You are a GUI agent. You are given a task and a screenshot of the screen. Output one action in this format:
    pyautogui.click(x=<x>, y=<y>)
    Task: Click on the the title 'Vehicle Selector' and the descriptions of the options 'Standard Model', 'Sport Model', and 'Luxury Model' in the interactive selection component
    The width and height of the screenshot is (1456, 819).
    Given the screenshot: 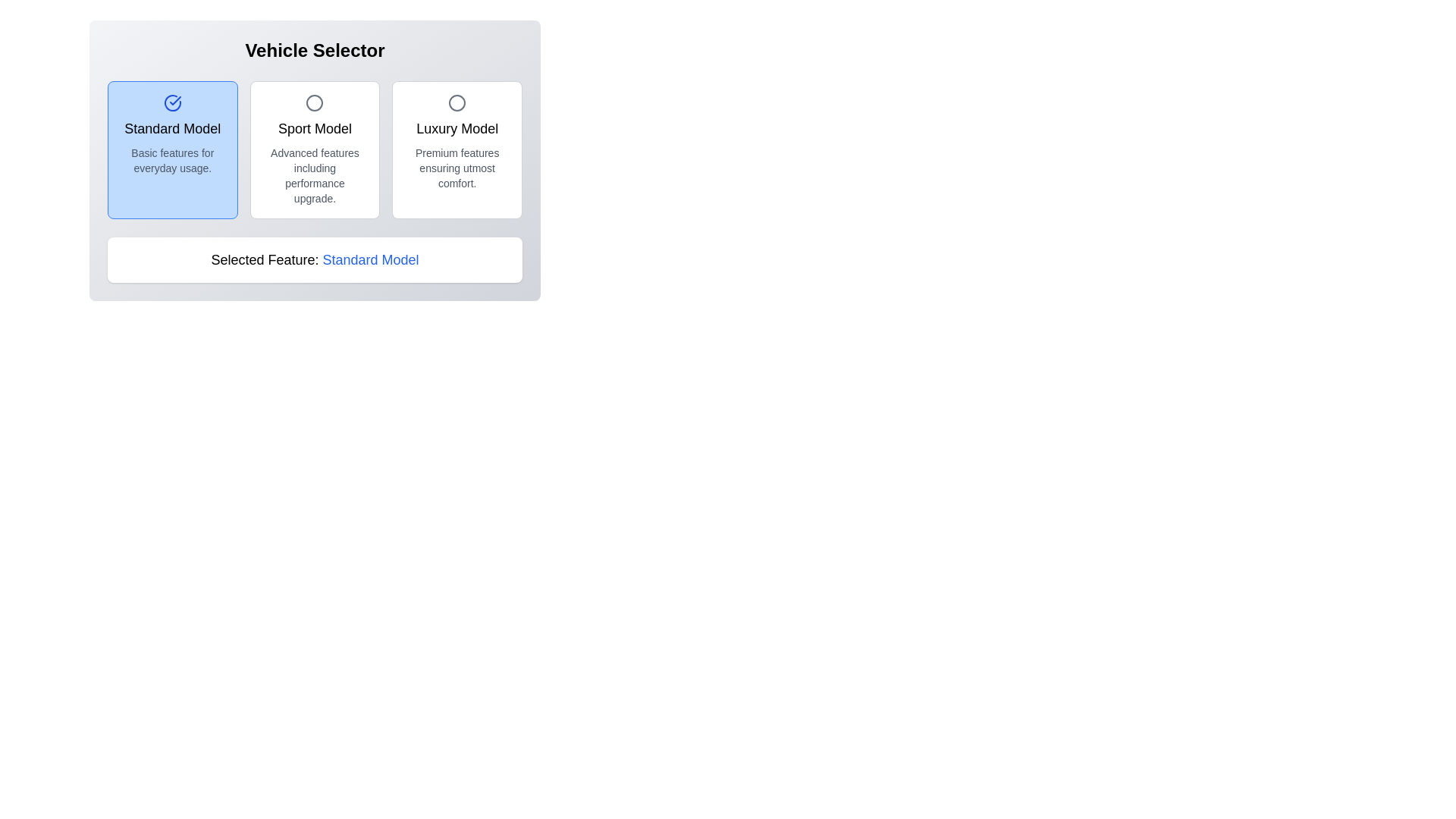 What is the action you would take?
    pyautogui.click(x=314, y=161)
    